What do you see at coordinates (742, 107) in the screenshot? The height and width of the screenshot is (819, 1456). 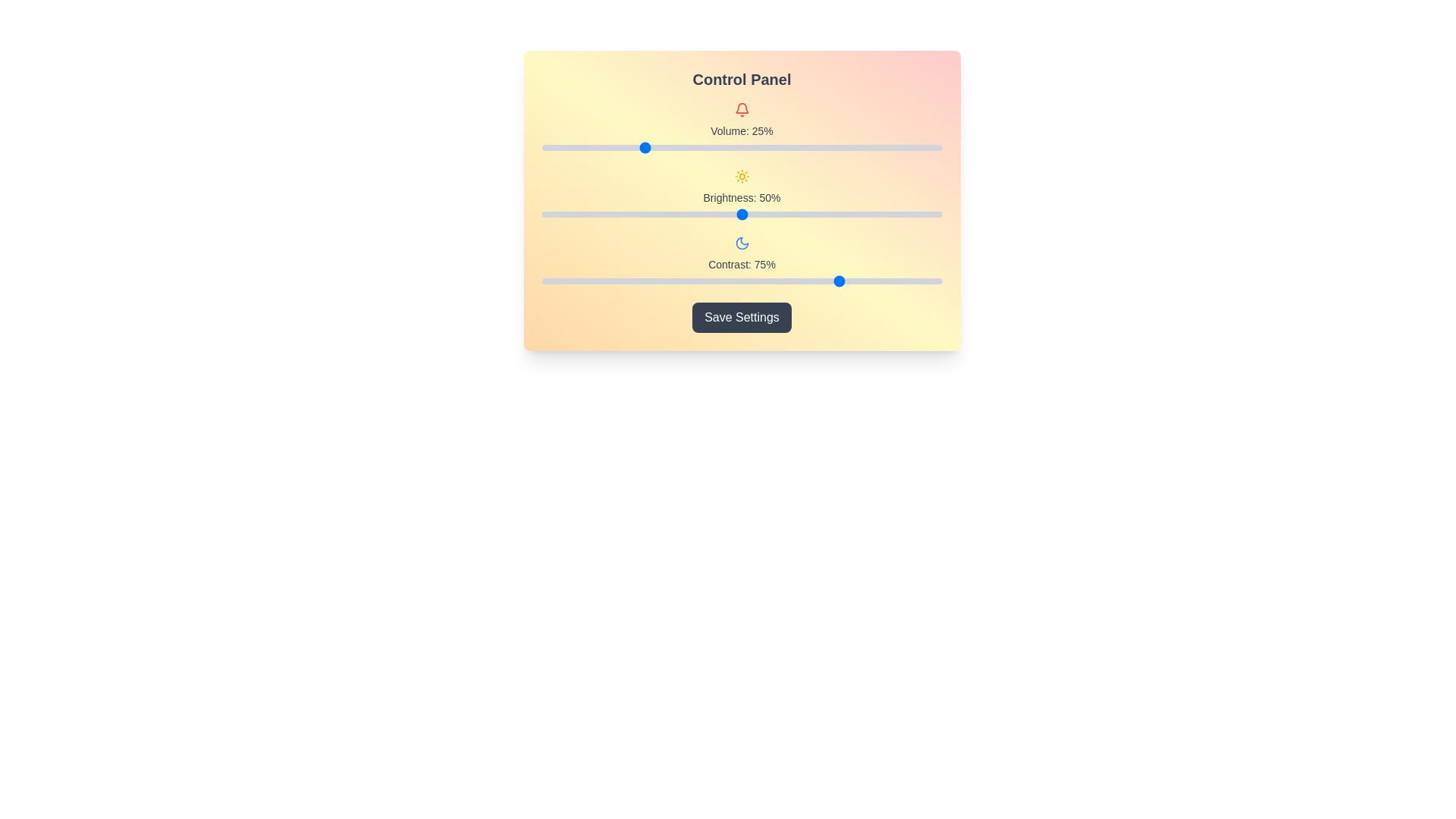 I see `the notification bell icon located at the top-center of the Control Panel interface, above the Volume: 25% label` at bounding box center [742, 107].